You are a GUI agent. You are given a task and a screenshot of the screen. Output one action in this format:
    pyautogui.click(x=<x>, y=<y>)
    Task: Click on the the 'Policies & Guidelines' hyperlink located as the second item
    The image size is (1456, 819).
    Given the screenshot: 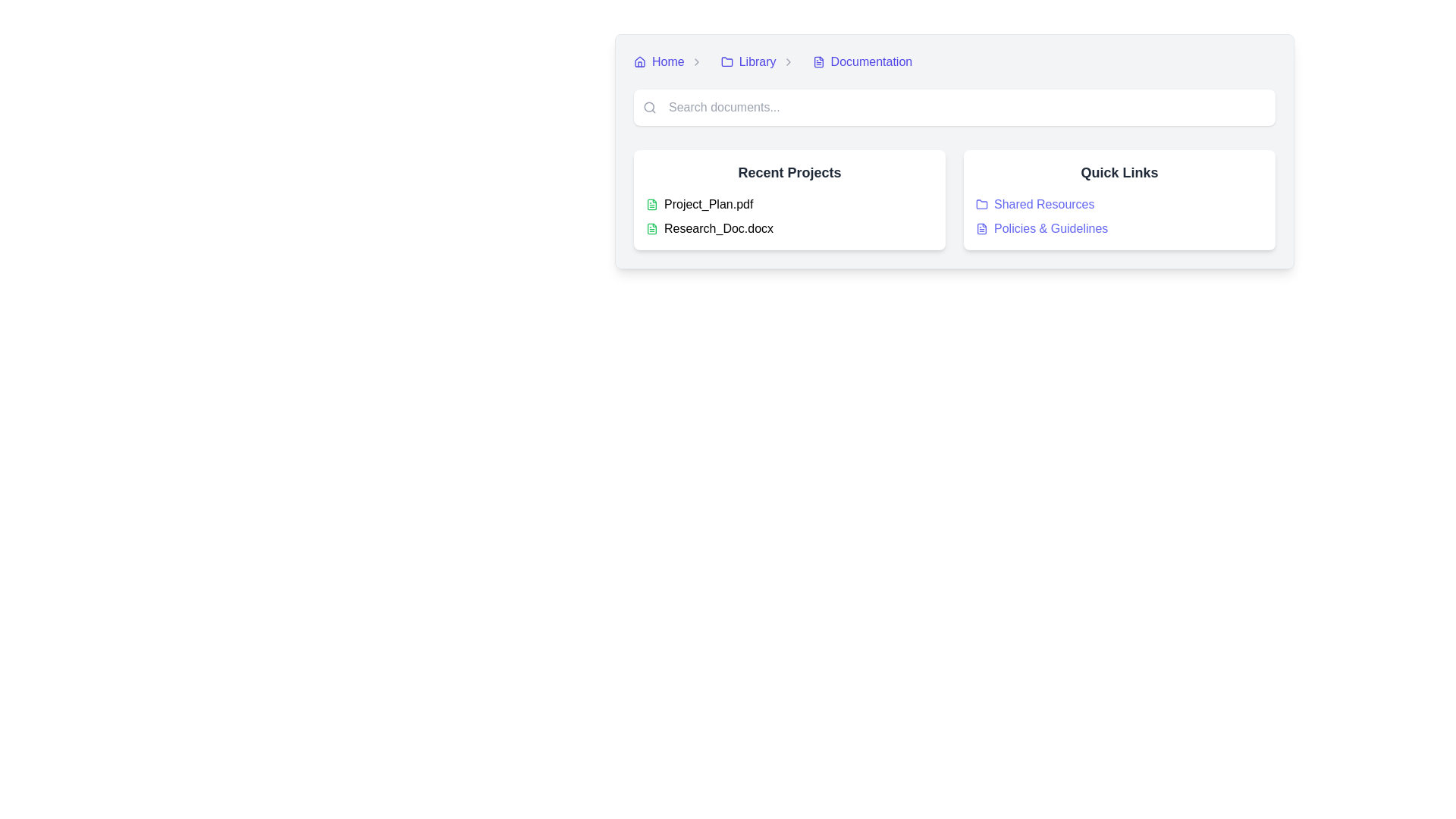 What is the action you would take?
    pyautogui.click(x=1119, y=216)
    